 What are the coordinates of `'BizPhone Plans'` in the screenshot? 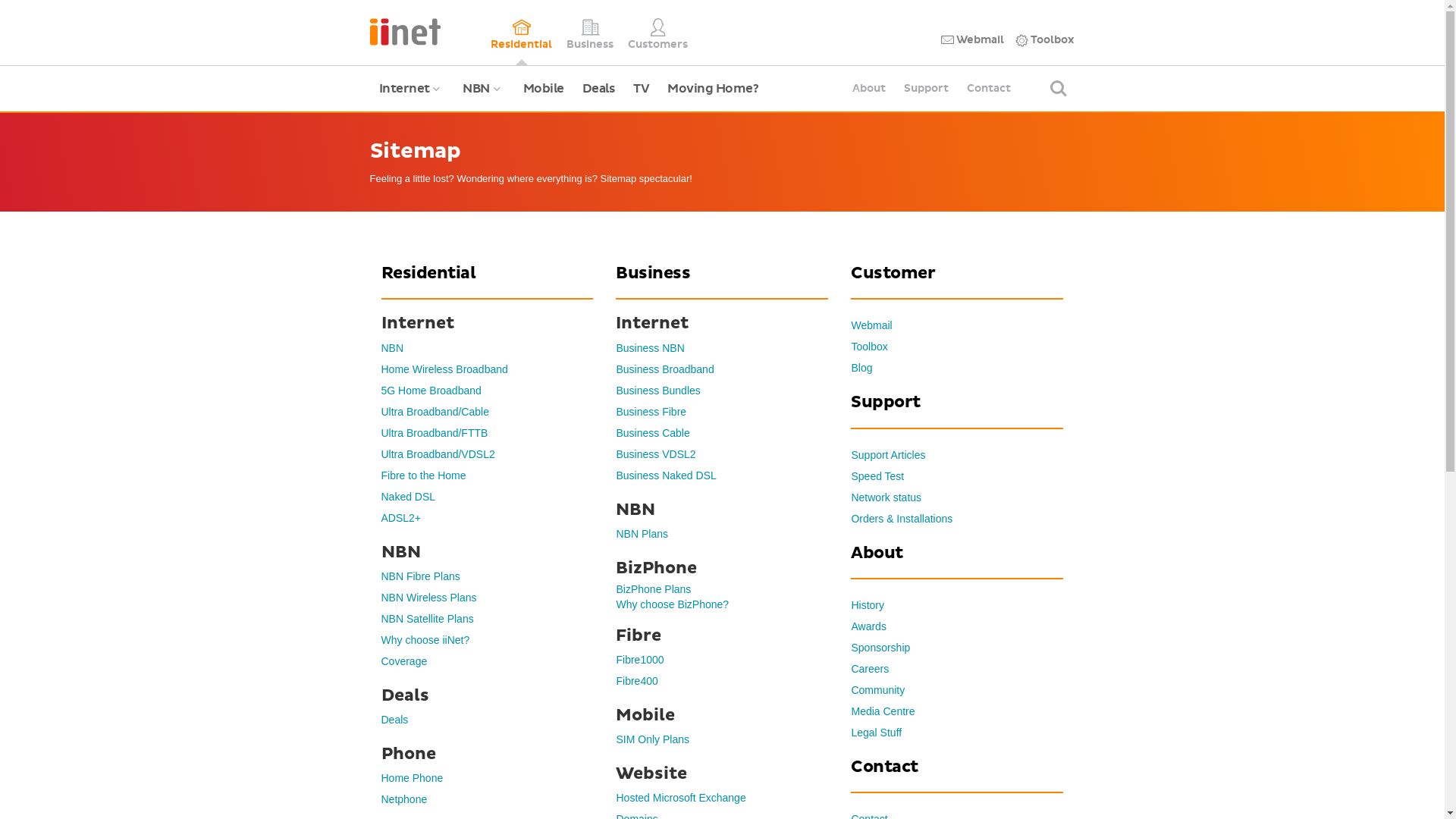 It's located at (653, 588).